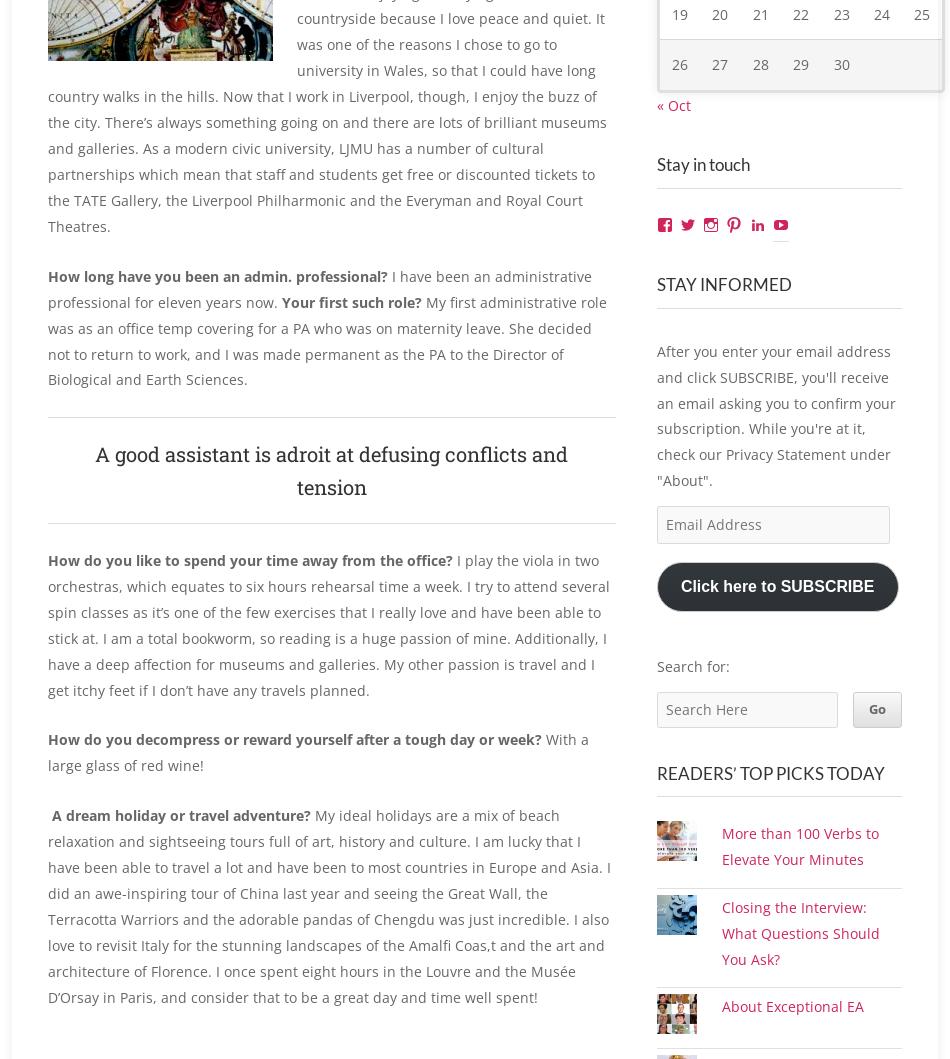 The width and height of the screenshot is (950, 1059). I want to click on '22', so click(800, 36).